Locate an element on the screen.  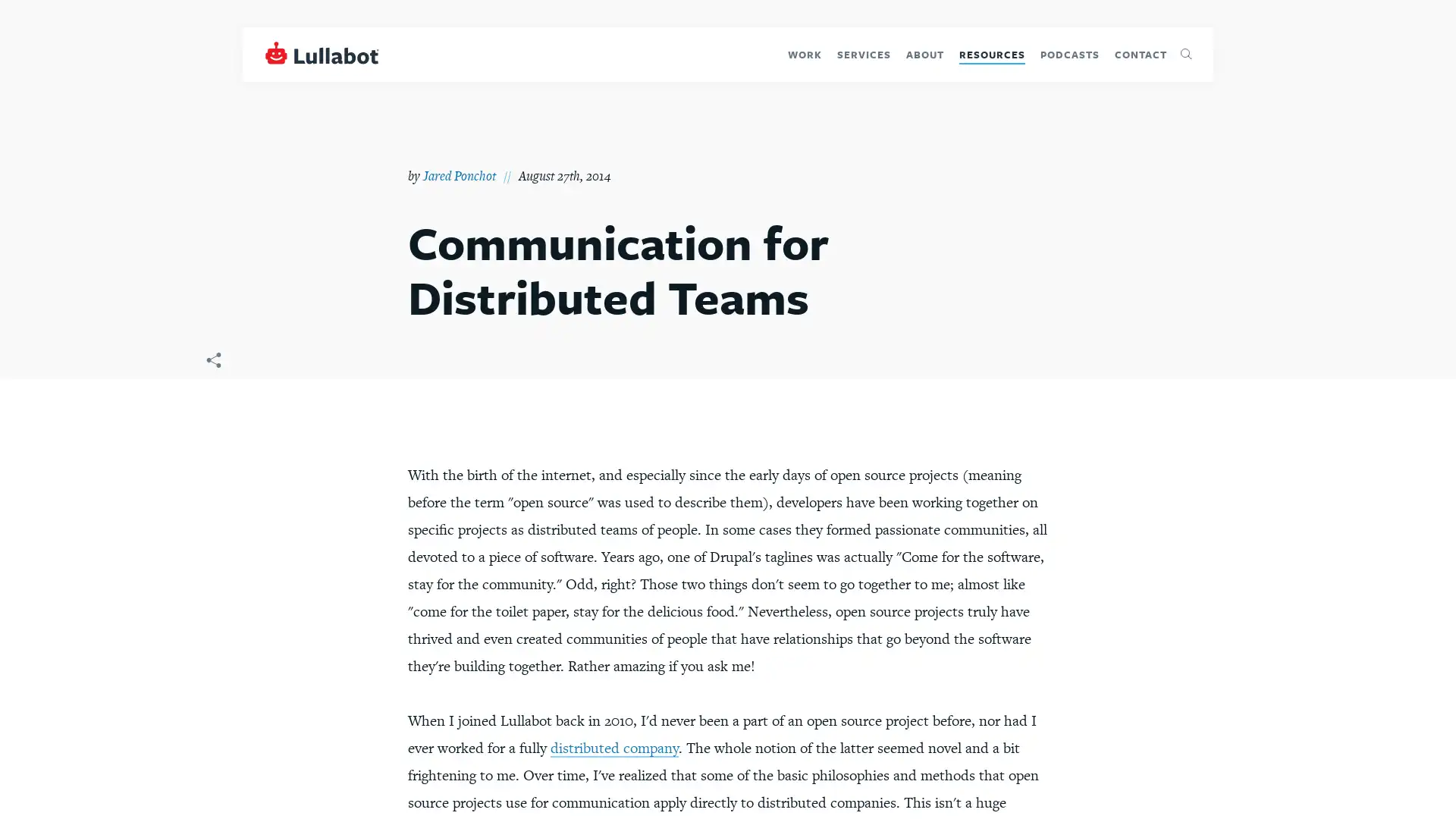
Post on Facebook is located at coordinates (201, 395).